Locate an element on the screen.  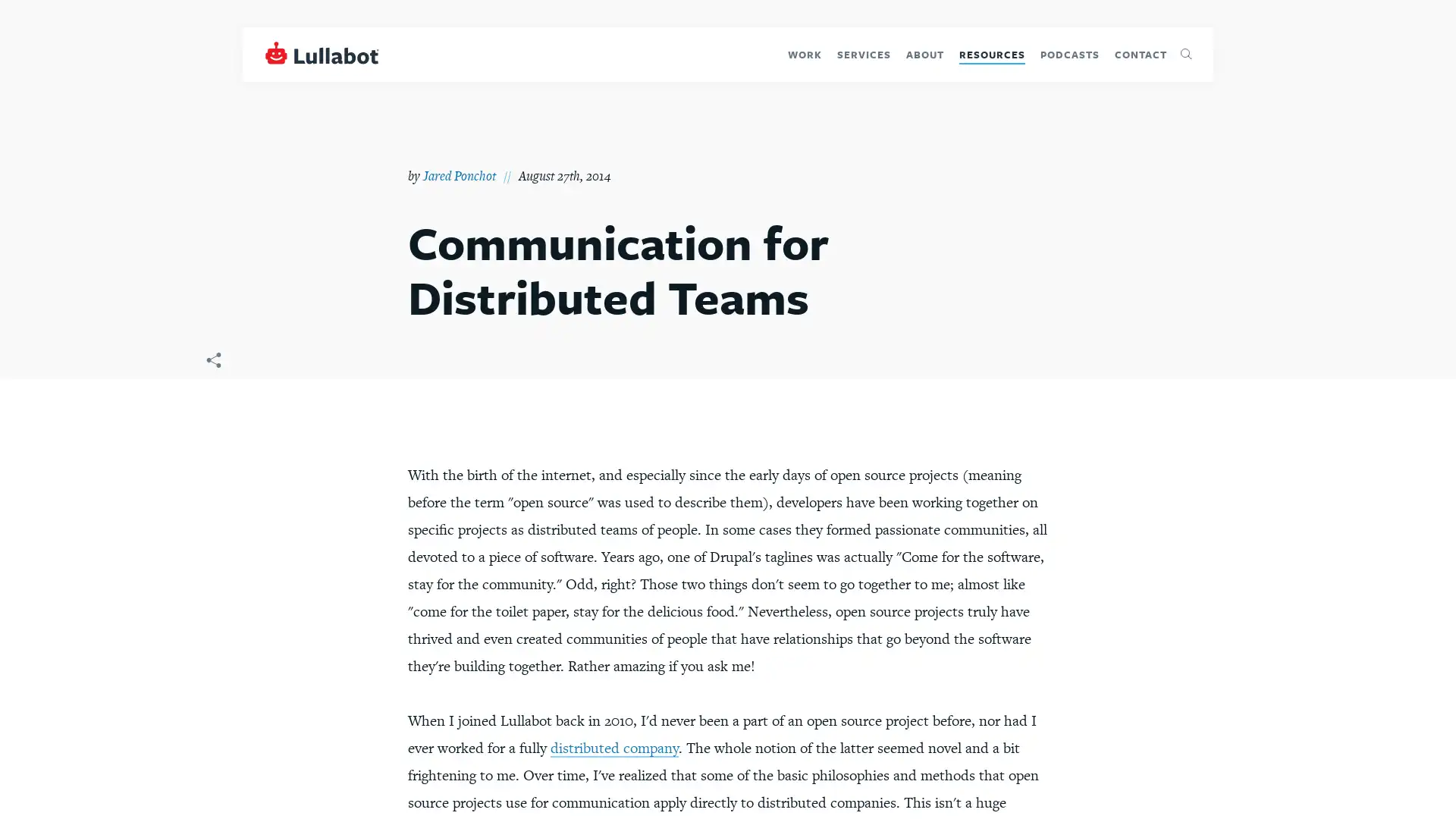
Post on Facebook is located at coordinates (201, 395).